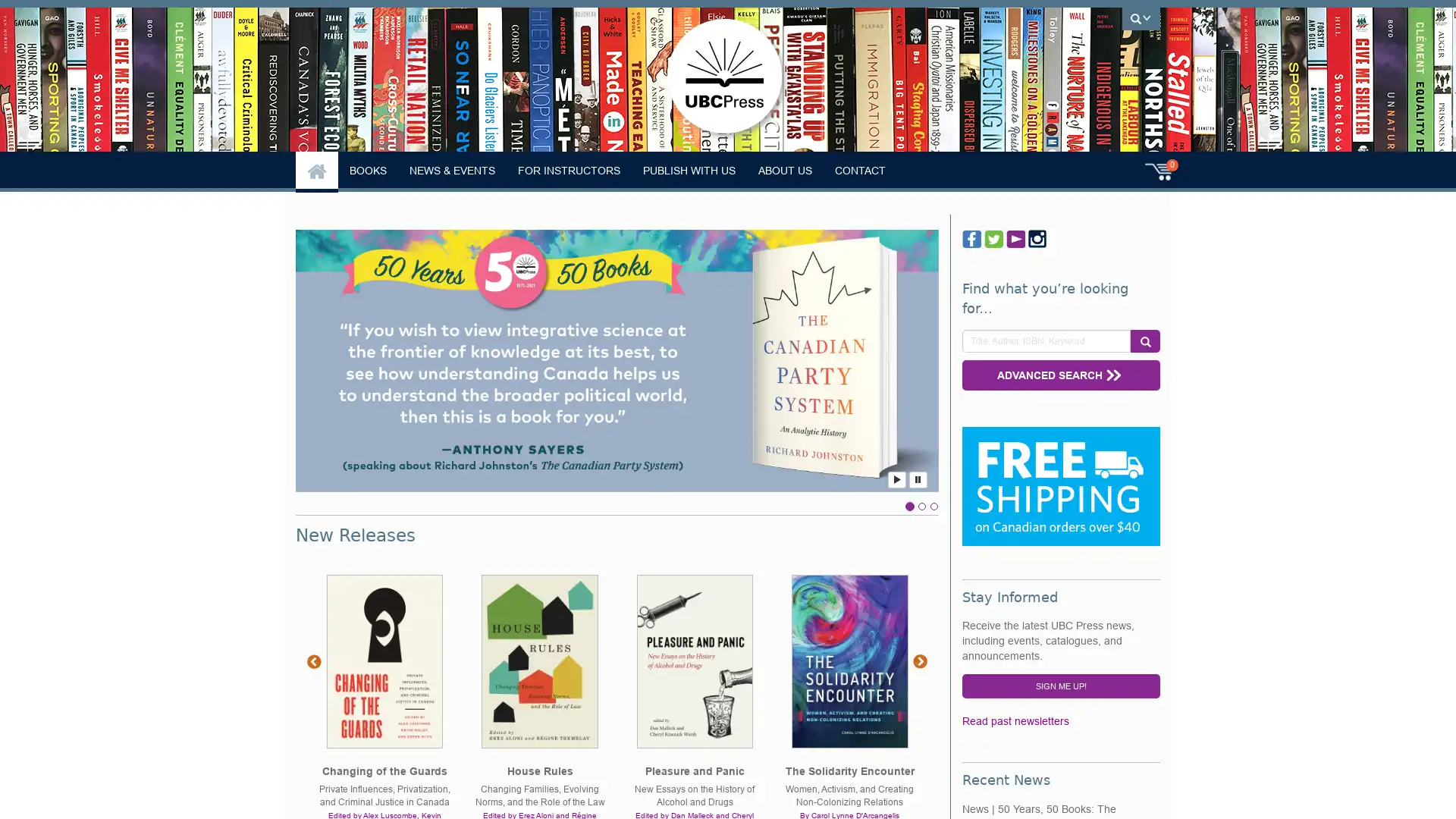 Image resolution: width=1456 pixels, height=819 pixels. Describe the element at coordinates (785, 170) in the screenshot. I see `ABOUT US` at that location.